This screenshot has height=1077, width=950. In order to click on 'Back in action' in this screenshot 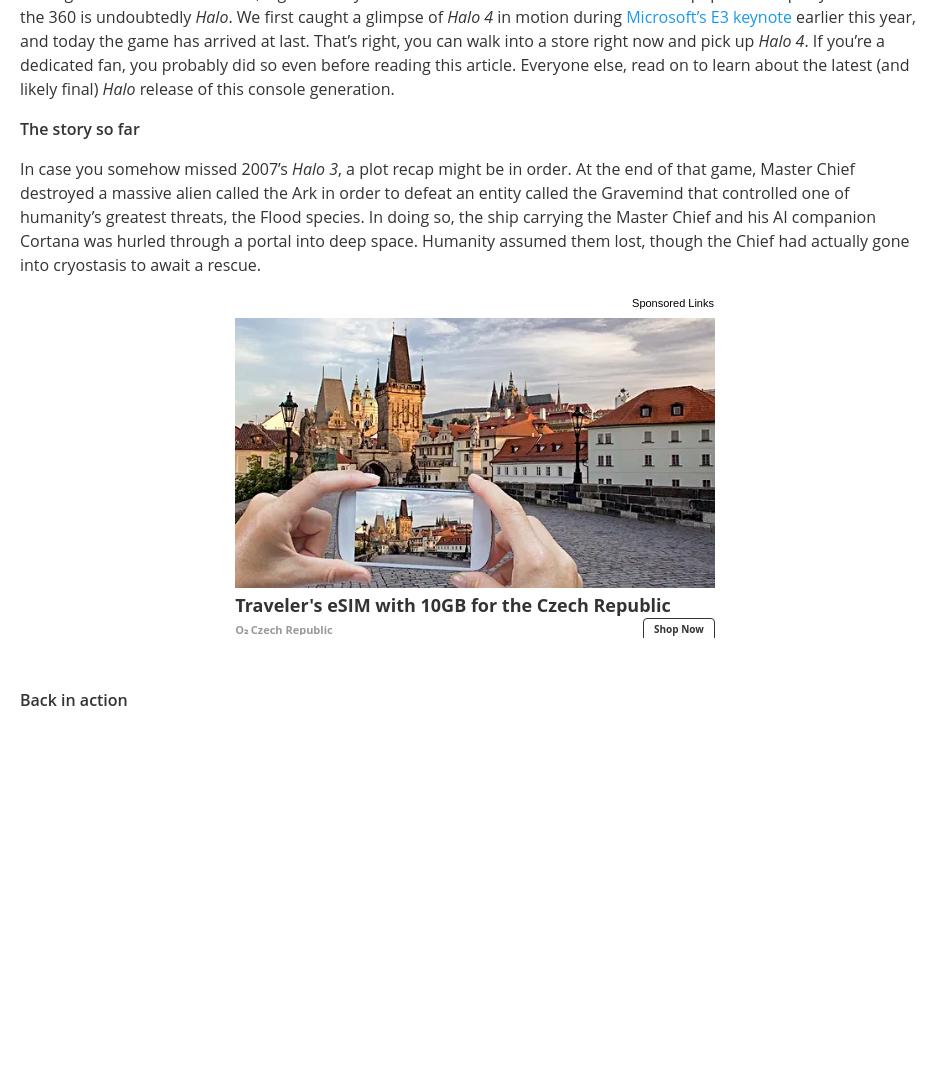, I will do `click(73, 697)`.